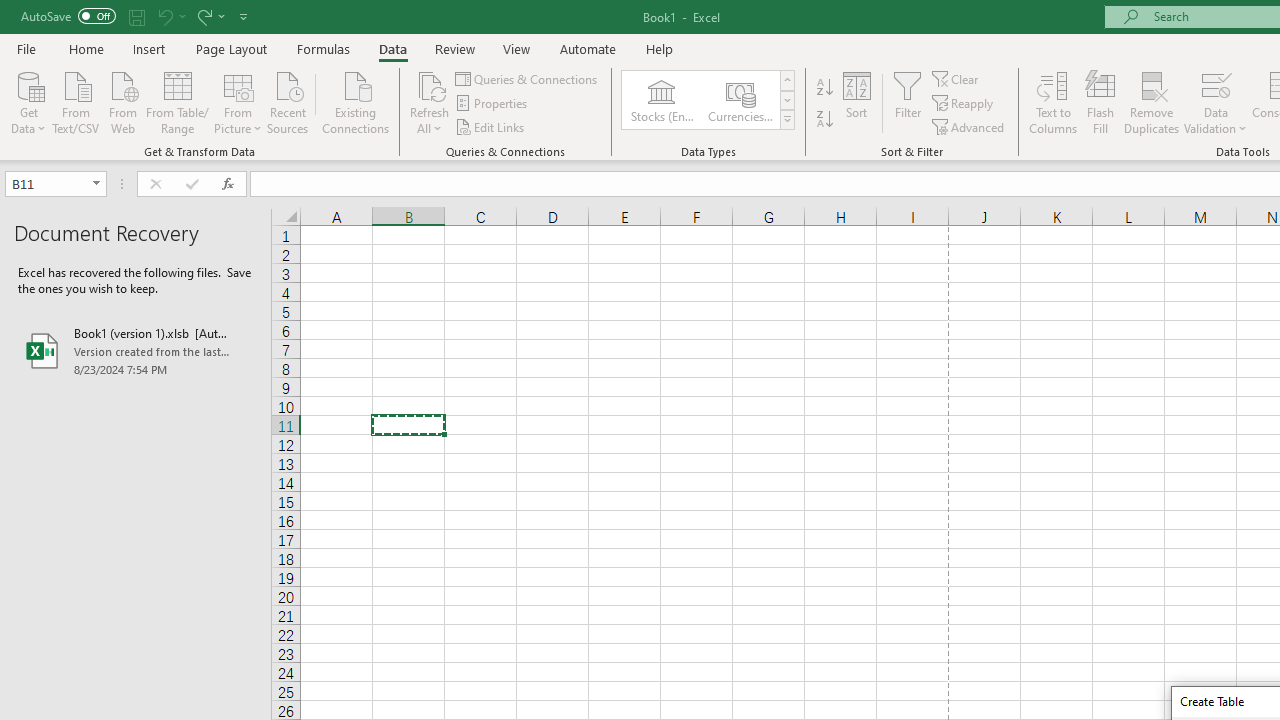 The image size is (1280, 720). What do you see at coordinates (824, 119) in the screenshot?
I see `'Sort Z to A'` at bounding box center [824, 119].